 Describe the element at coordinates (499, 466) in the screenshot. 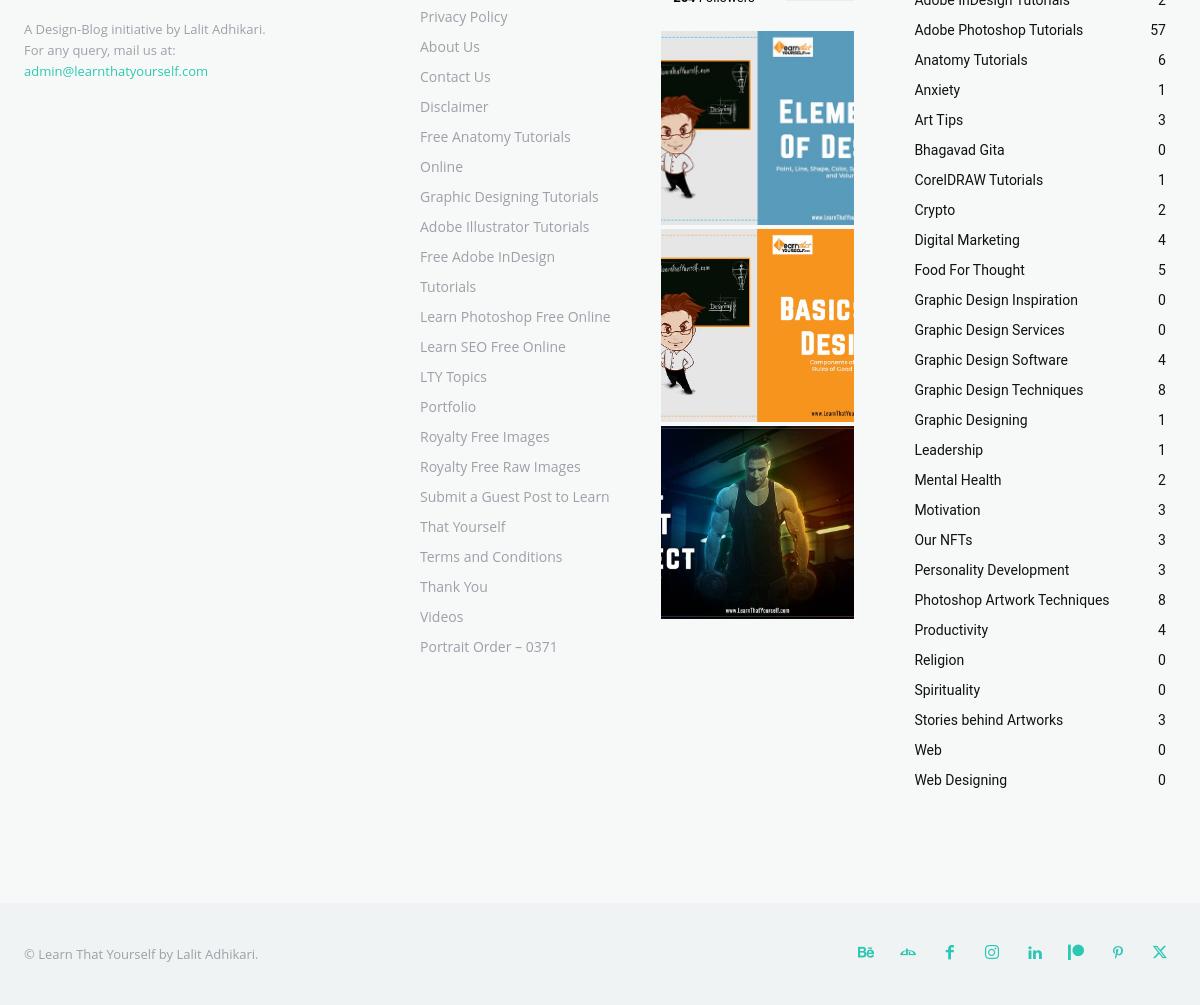

I see `'Royalty Free Raw Images'` at that location.